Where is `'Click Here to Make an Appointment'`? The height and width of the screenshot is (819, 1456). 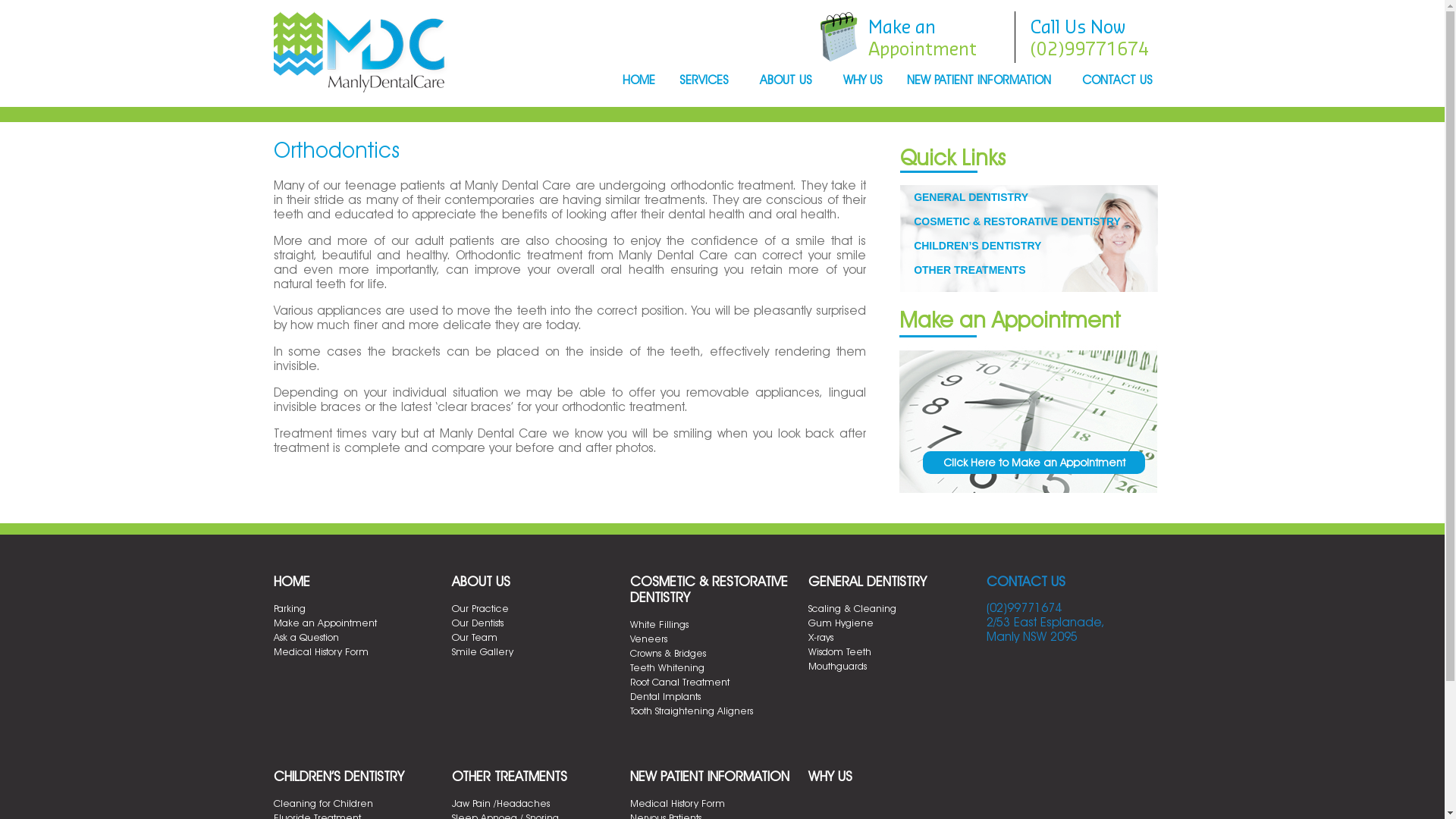
'Click Here to Make an Appointment' is located at coordinates (1033, 461).